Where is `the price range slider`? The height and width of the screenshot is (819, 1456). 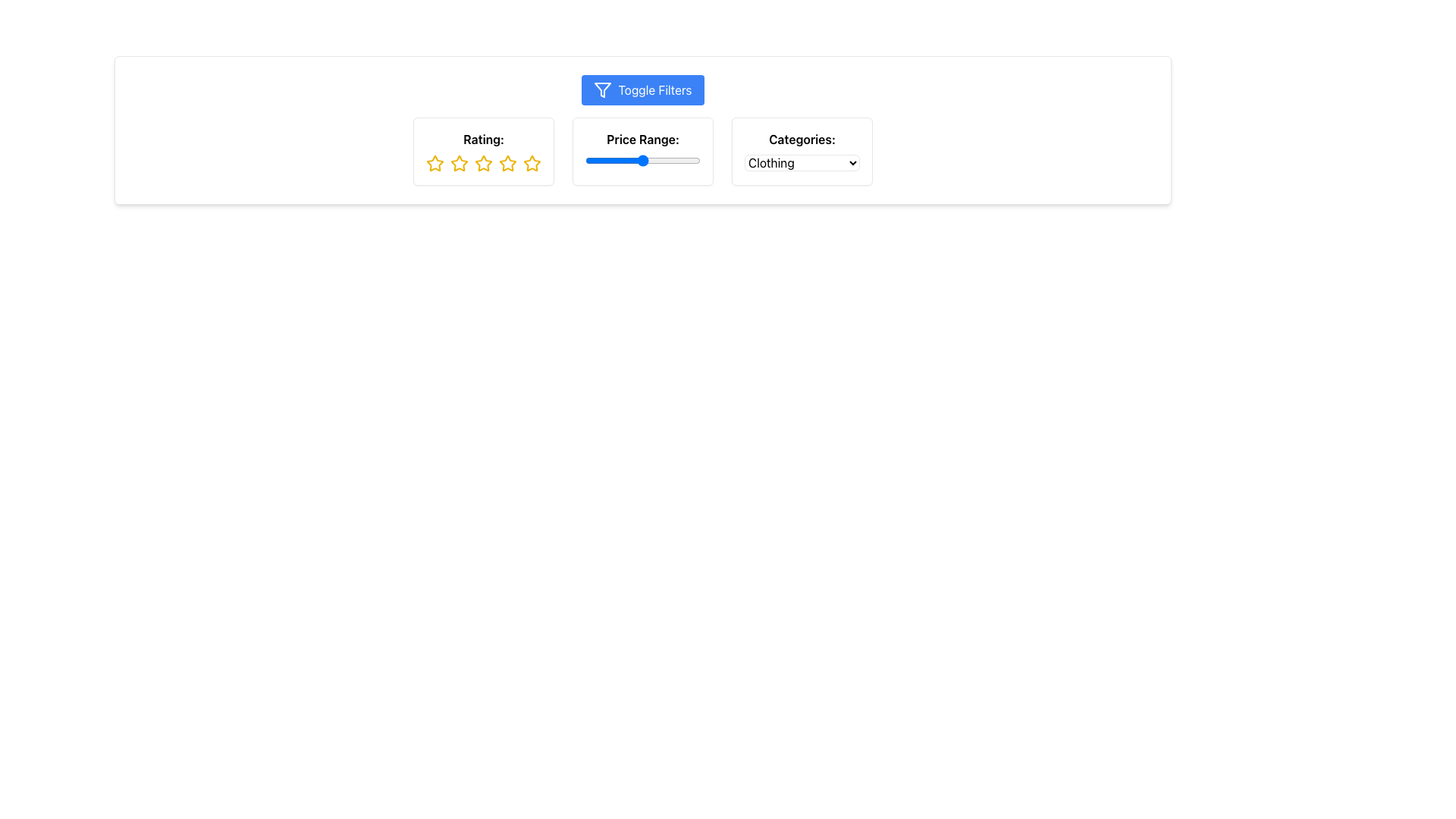 the price range slider is located at coordinates (652, 161).